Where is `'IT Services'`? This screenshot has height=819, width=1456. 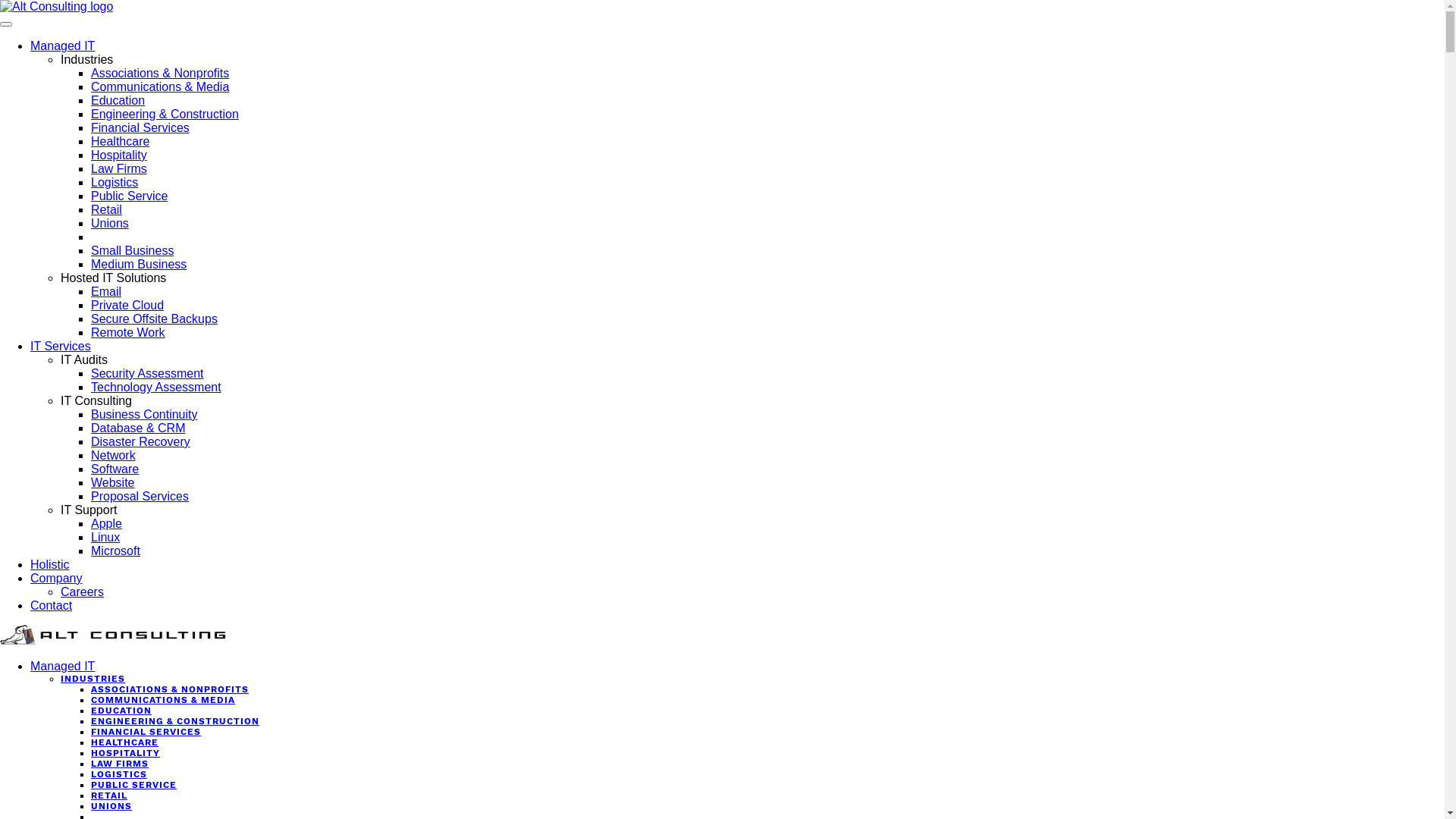 'IT Services' is located at coordinates (61, 346).